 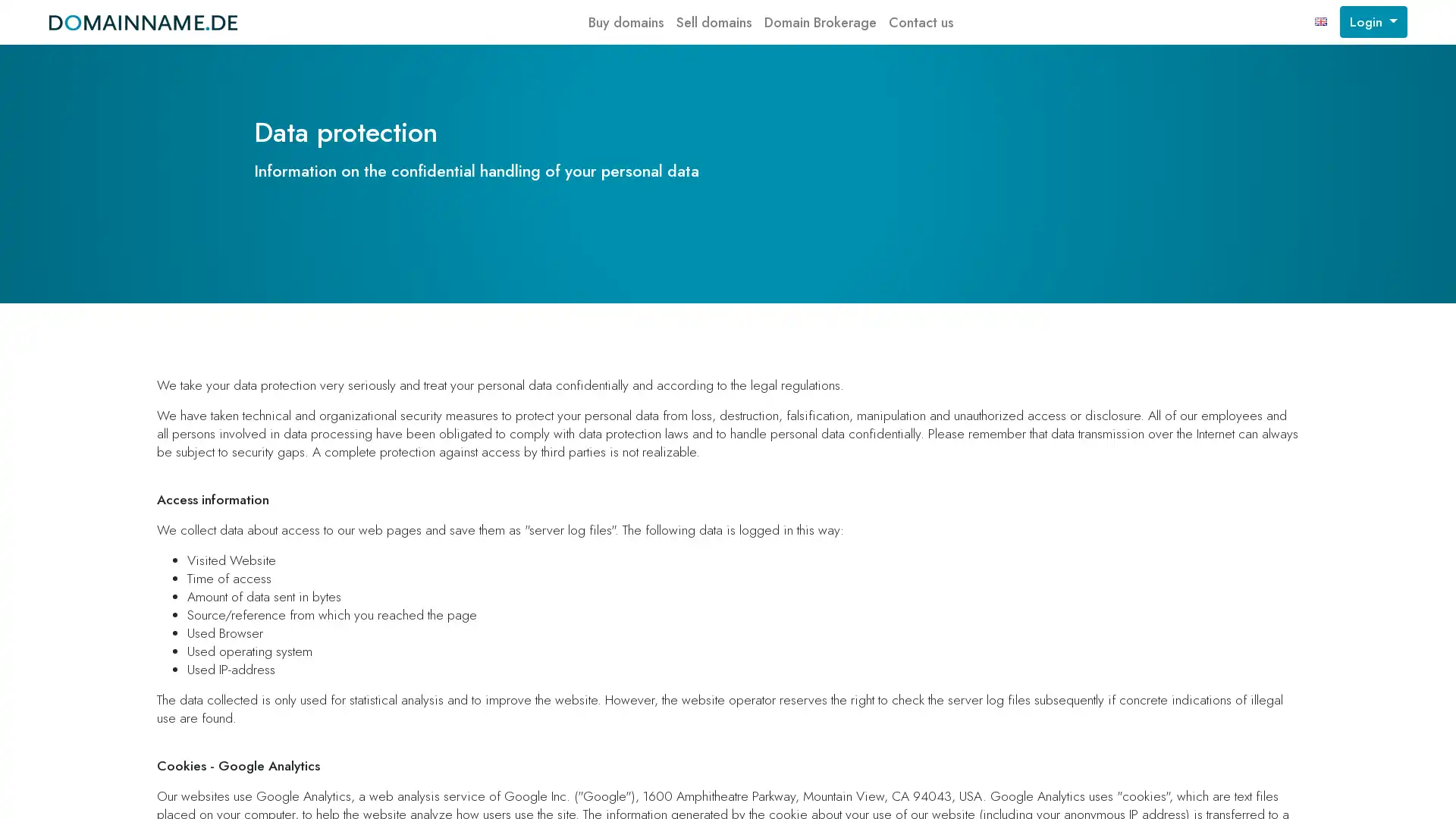 I want to click on Login, so click(x=1373, y=22).